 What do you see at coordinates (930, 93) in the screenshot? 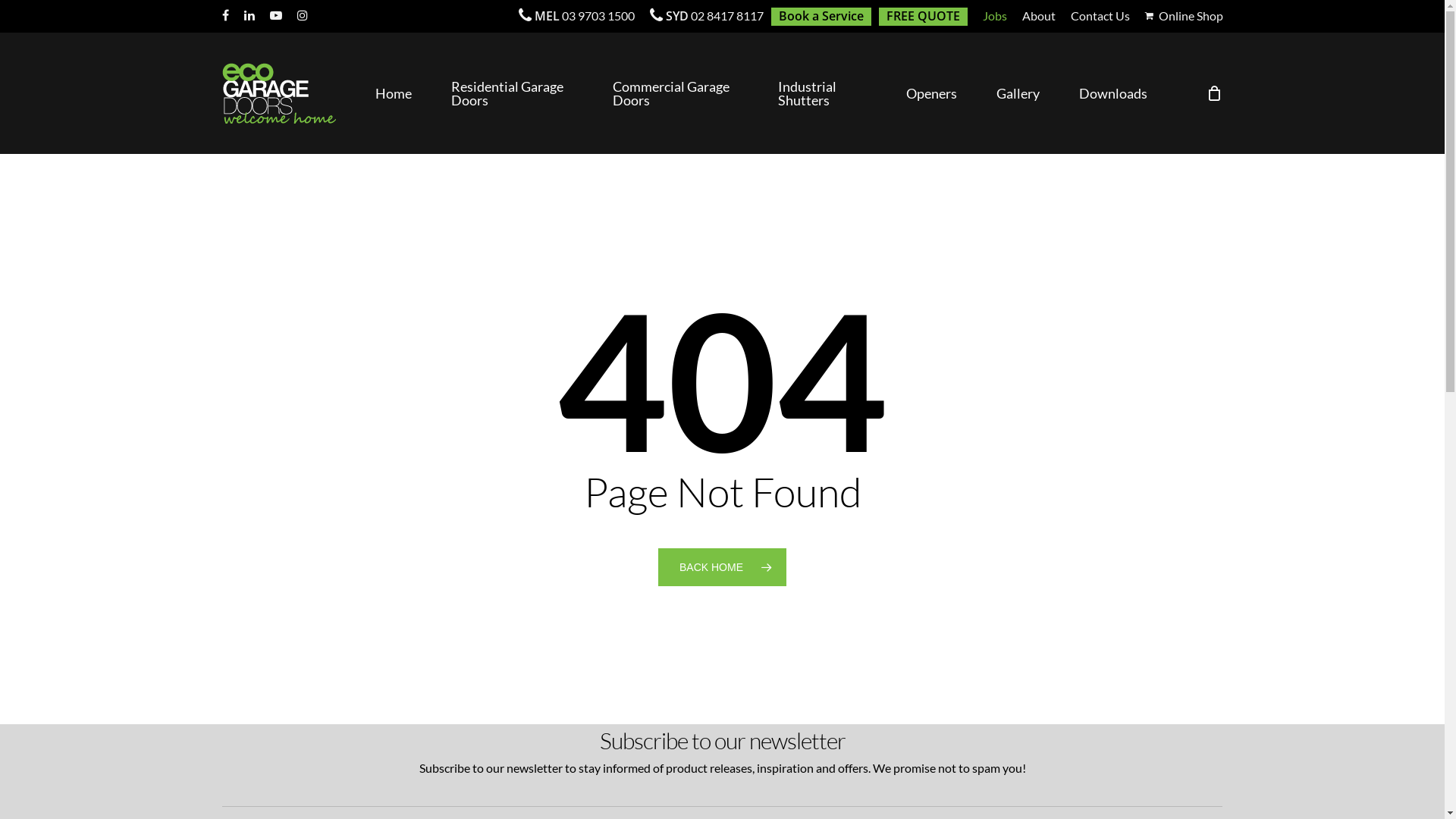
I see `'Openers'` at bounding box center [930, 93].